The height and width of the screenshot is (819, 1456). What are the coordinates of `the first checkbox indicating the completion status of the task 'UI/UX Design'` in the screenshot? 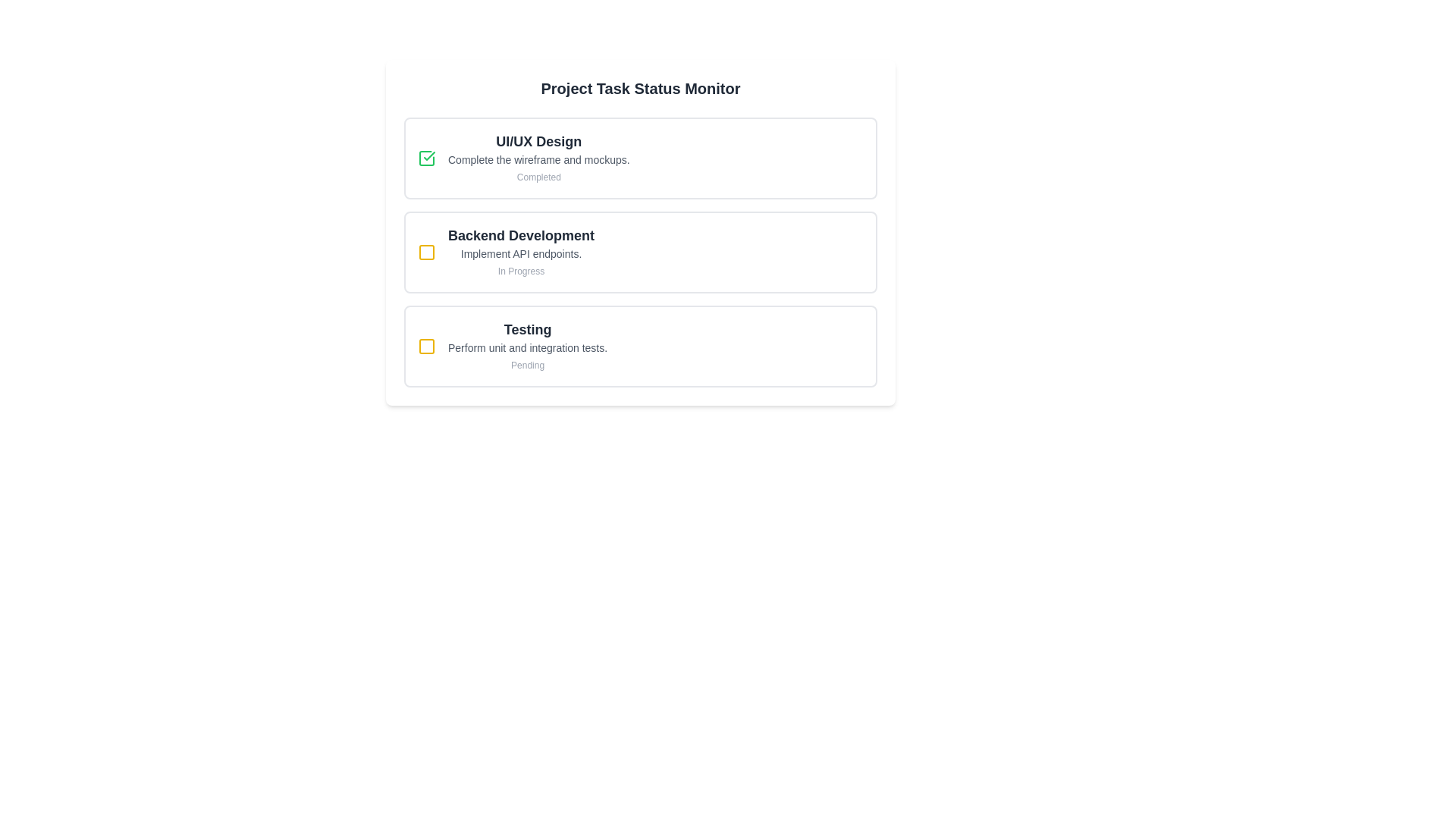 It's located at (425, 158).